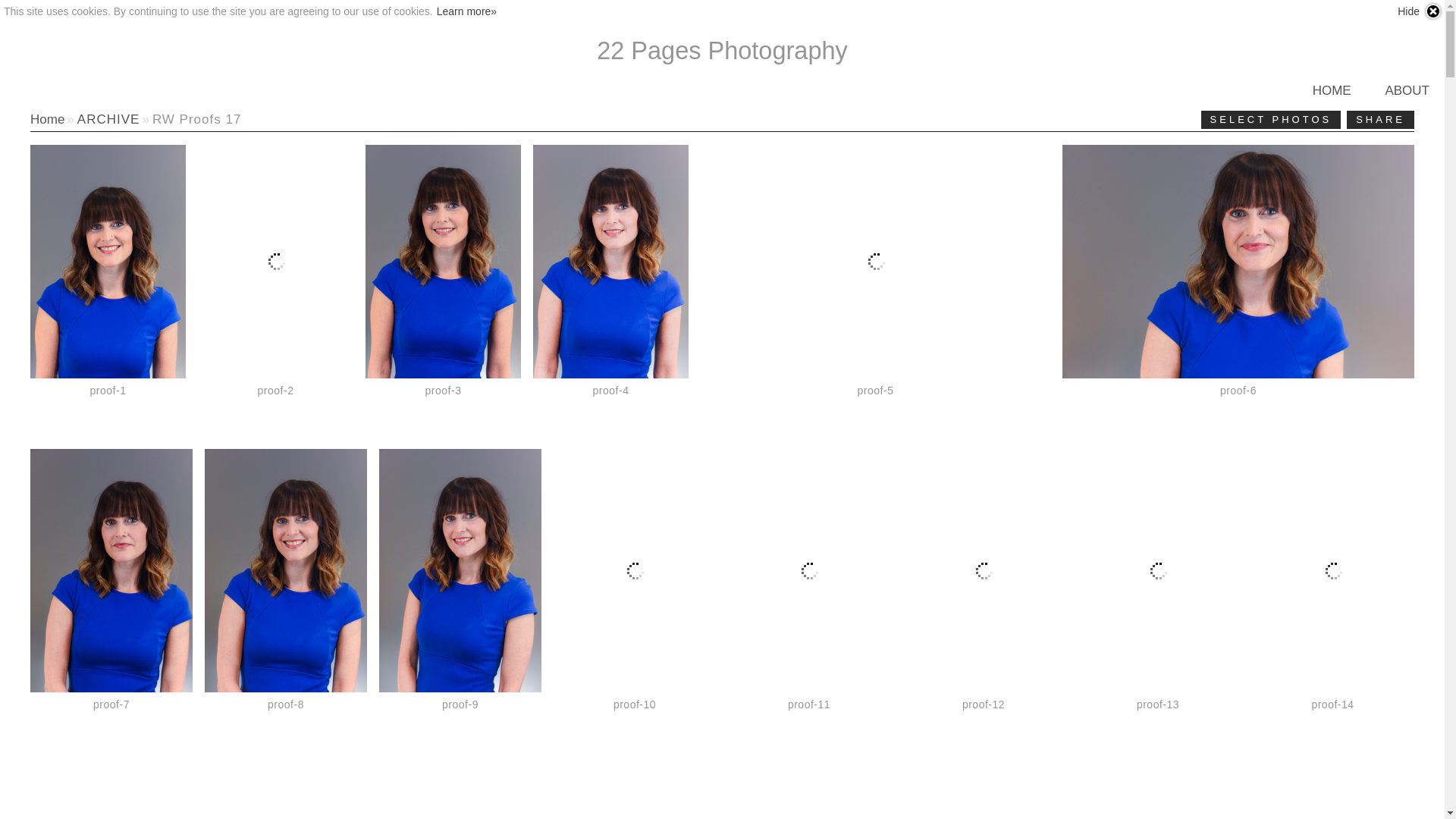 The height and width of the screenshot is (819, 1456). Describe the element at coordinates (1331, 90) in the screenshot. I see `'HOME'` at that location.